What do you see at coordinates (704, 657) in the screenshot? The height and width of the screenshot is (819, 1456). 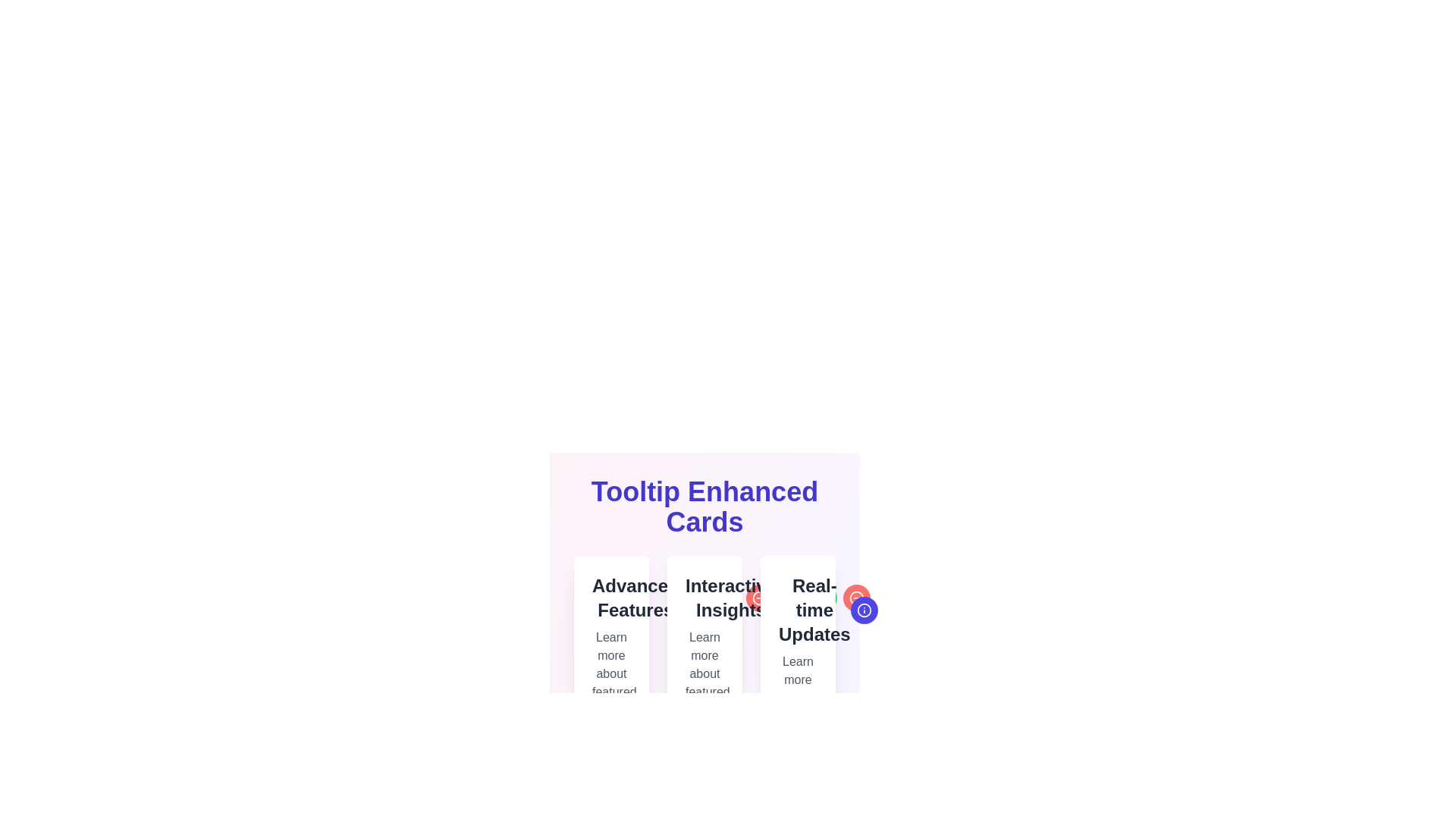 I see `the Informational Card titled 'Interactive Insights', which has a white background and rounded corners, located in the center of the grid` at bounding box center [704, 657].